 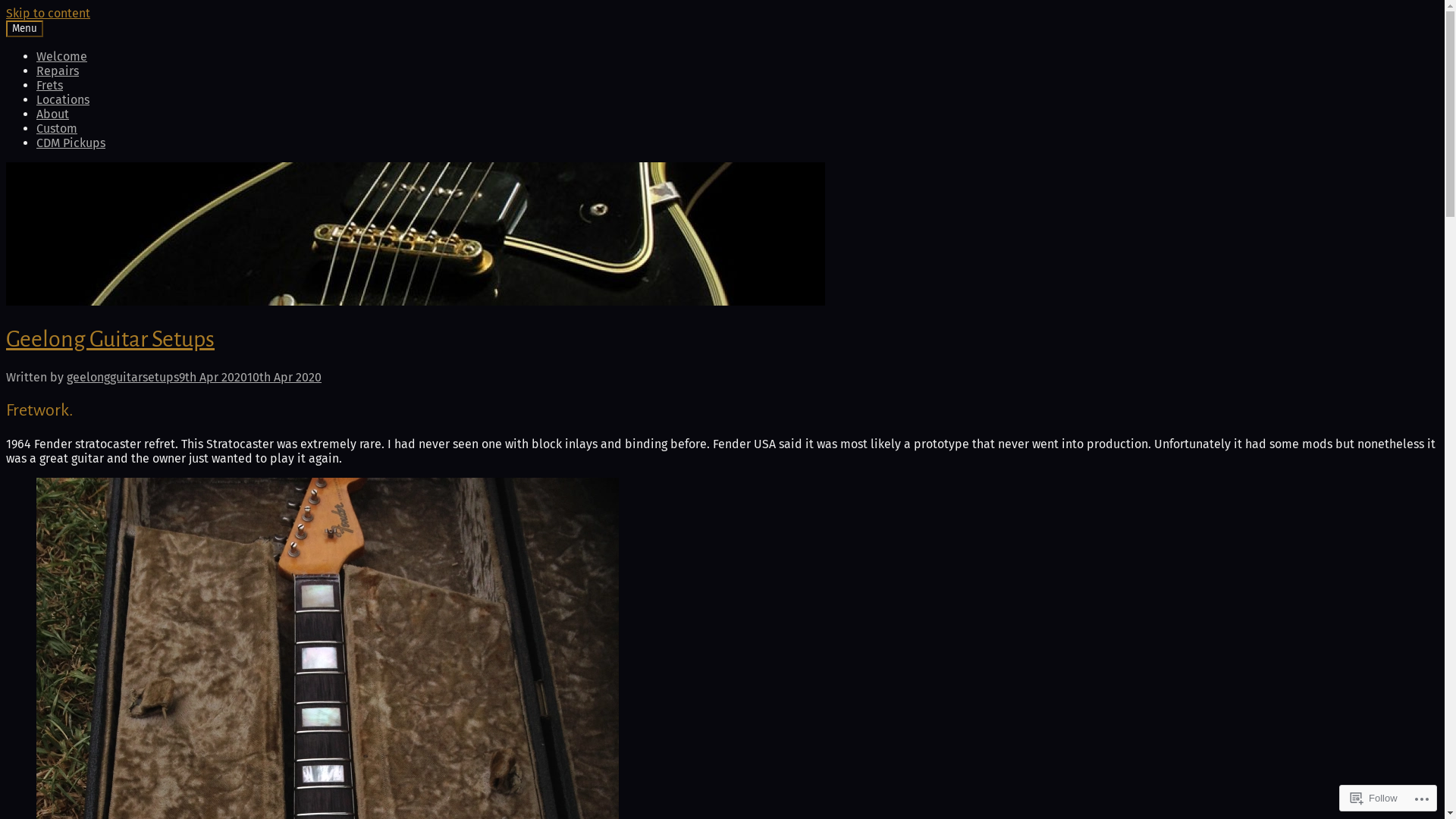 What do you see at coordinates (49, 85) in the screenshot?
I see `'Frets'` at bounding box center [49, 85].